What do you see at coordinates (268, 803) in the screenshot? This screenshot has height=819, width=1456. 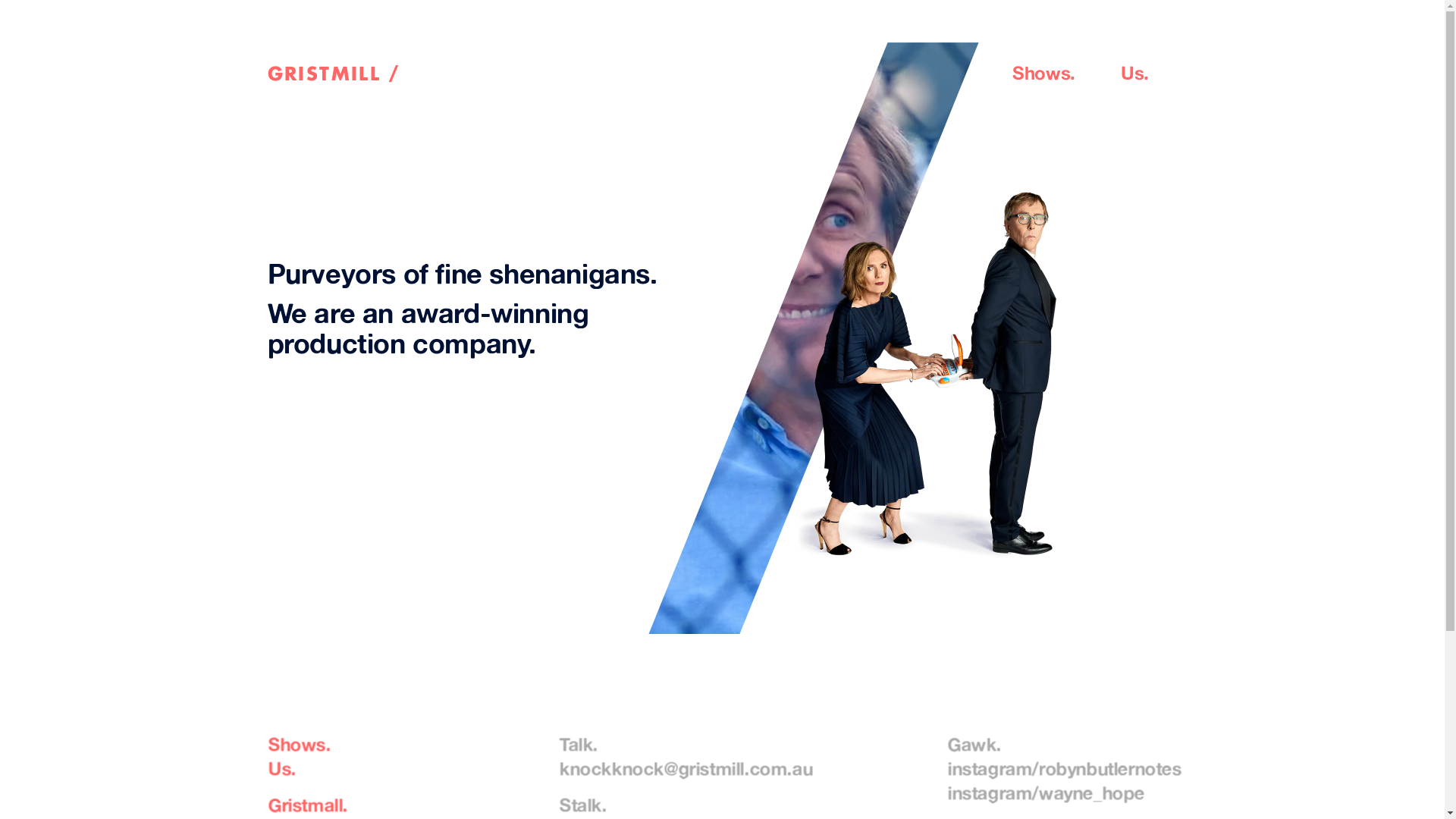 I see `'Gristmall.'` at bounding box center [268, 803].